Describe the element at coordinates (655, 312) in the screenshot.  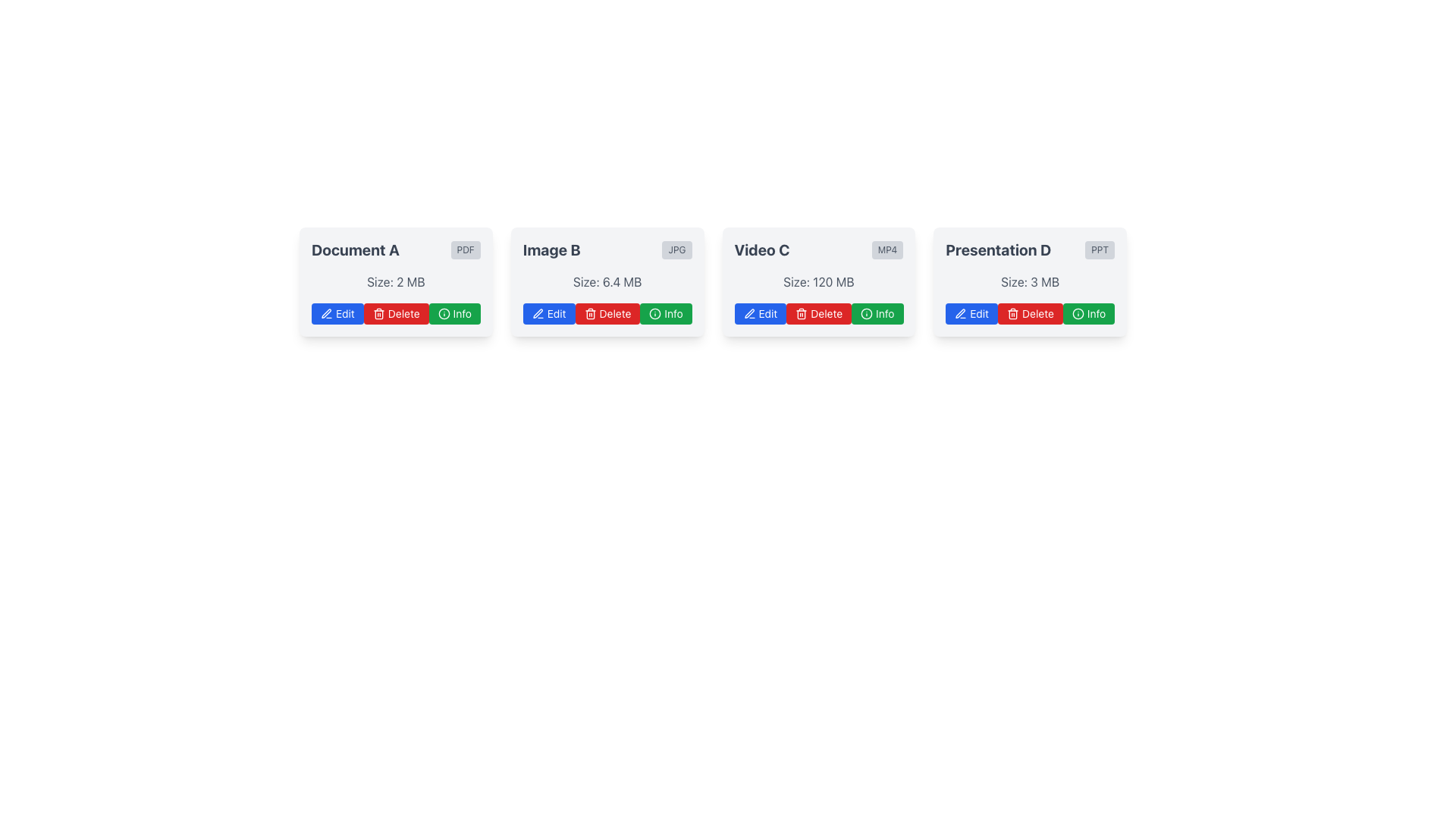
I see `the small circular SVG icon depicting information, which is located in the top-left corner of the 'Info' button within the 'Image B' card` at that location.